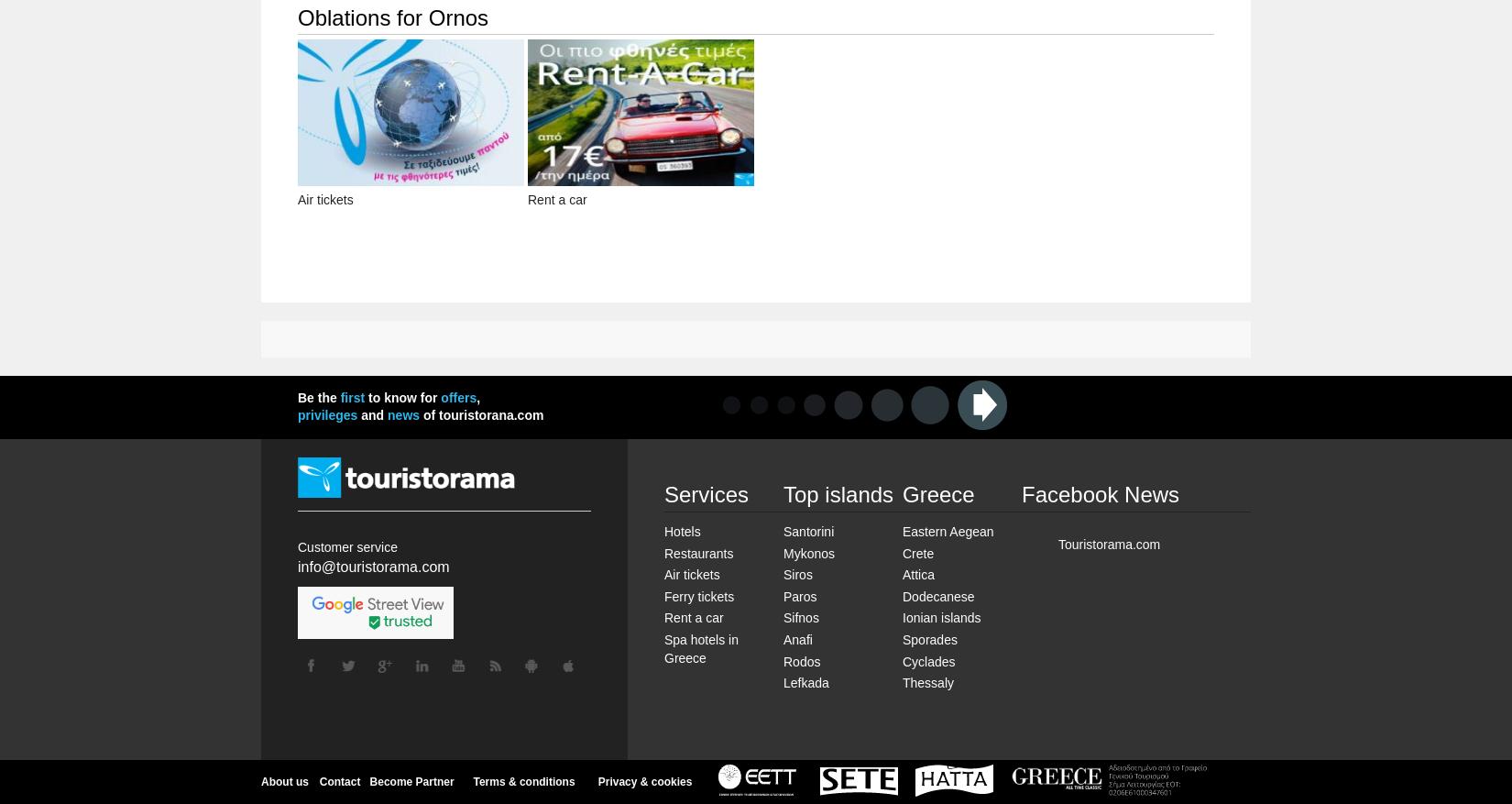 The image size is (1512, 804). I want to click on 'Privacy & cookies', so click(643, 781).